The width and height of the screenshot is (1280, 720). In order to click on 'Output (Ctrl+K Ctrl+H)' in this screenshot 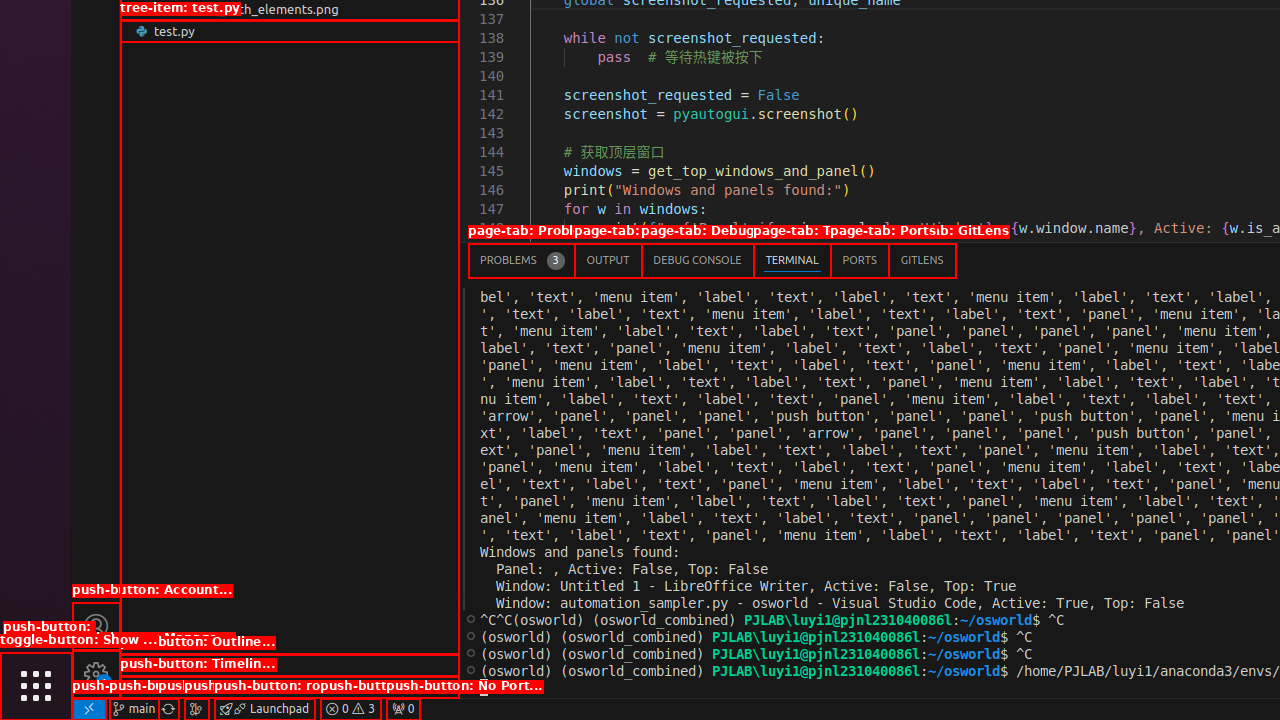, I will do `click(607, 259)`.